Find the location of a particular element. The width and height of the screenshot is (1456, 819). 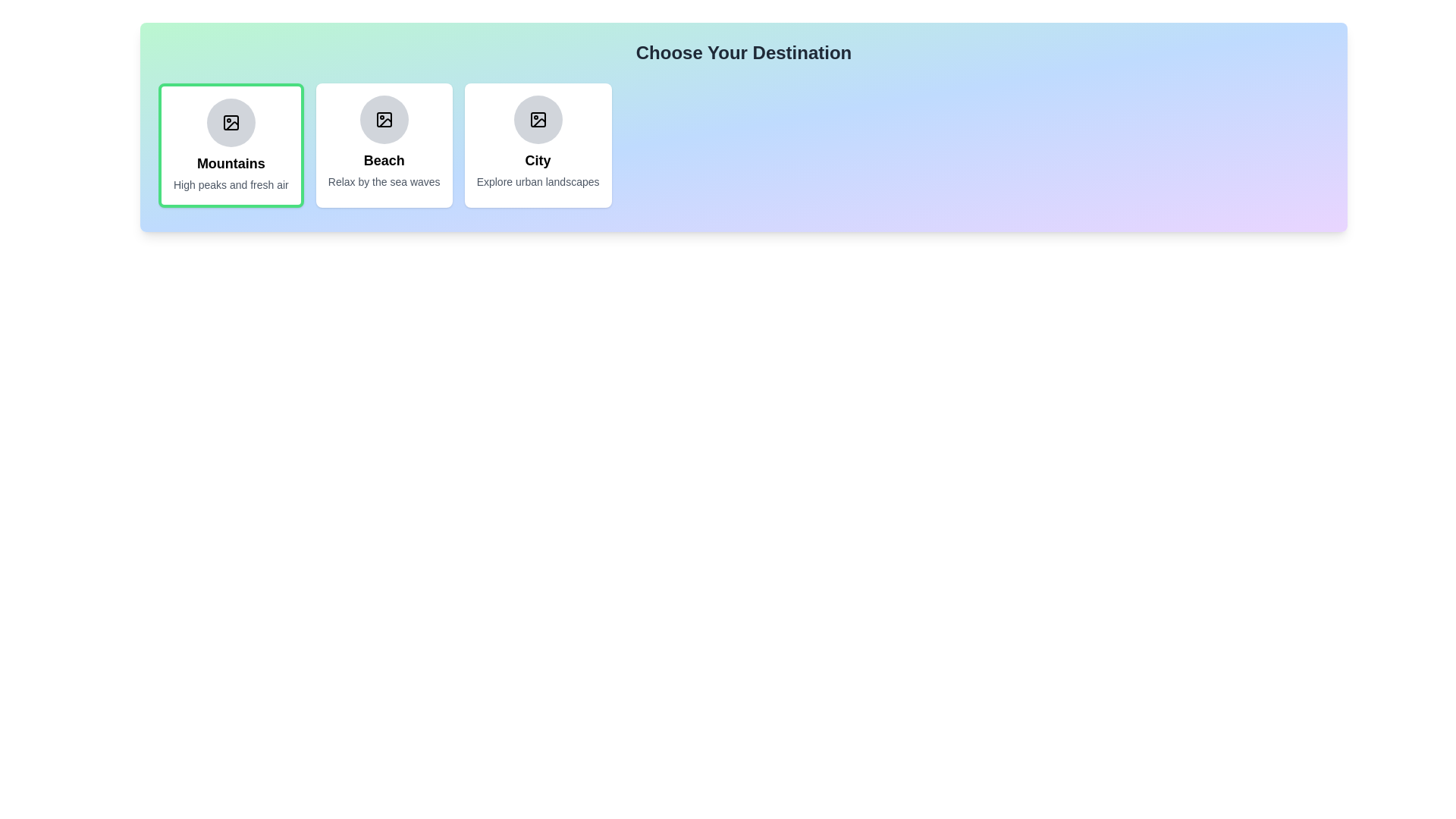

the destination chip labeled 'Beach' is located at coordinates (384, 146).